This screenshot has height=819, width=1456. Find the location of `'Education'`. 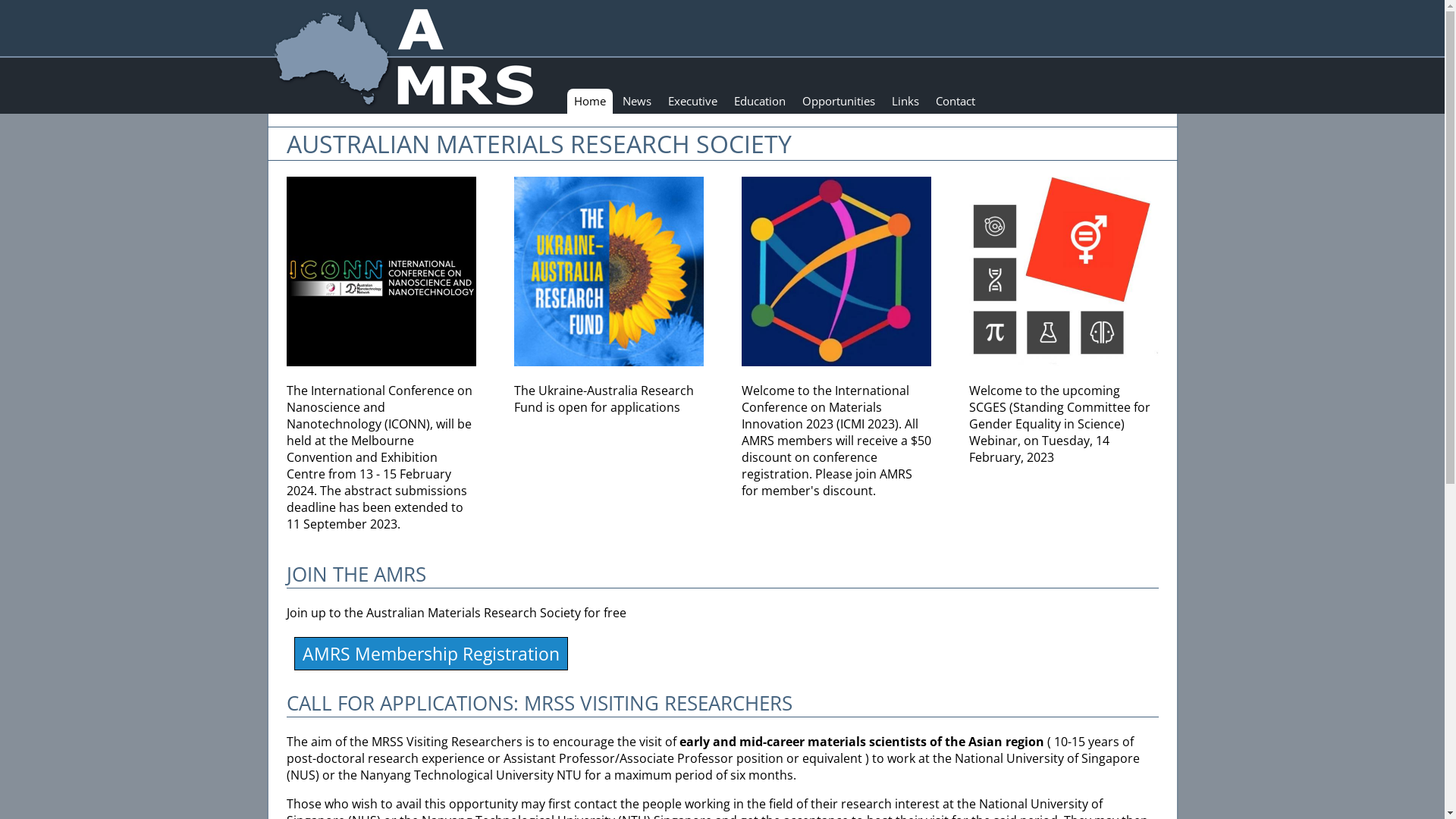

'Education' is located at coordinates (759, 101).